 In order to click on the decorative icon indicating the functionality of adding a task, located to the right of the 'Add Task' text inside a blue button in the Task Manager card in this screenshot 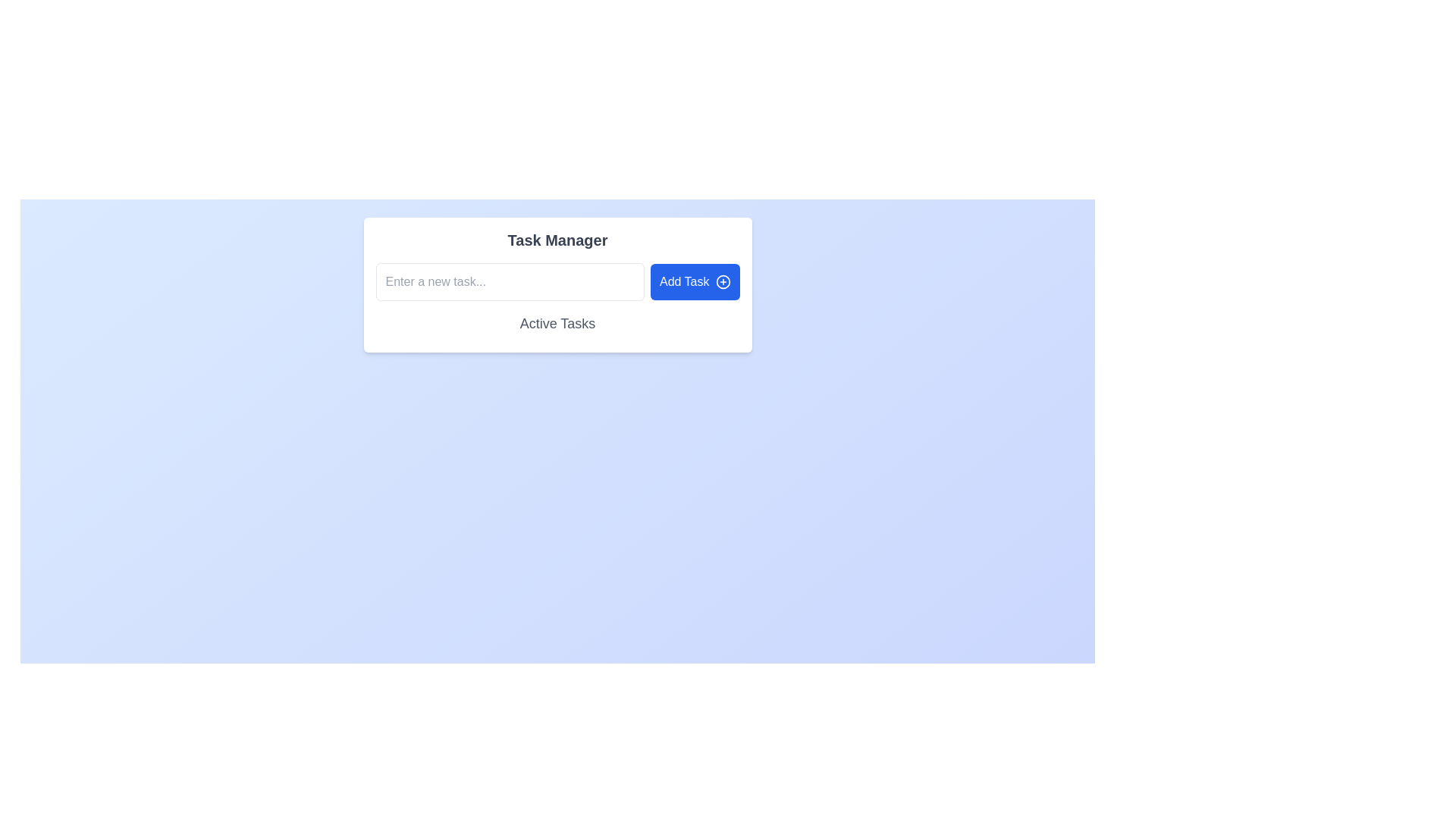, I will do `click(722, 281)`.